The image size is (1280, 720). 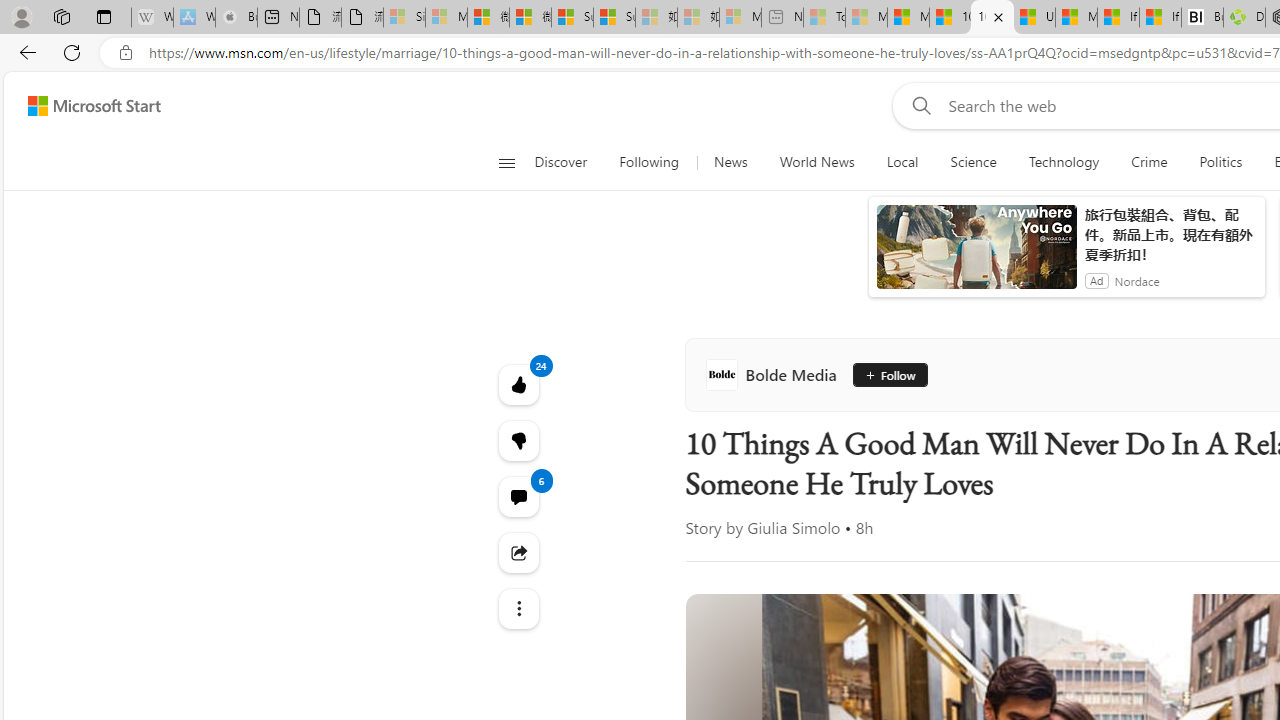 What do you see at coordinates (650, 162) in the screenshot?
I see `'Following'` at bounding box center [650, 162].